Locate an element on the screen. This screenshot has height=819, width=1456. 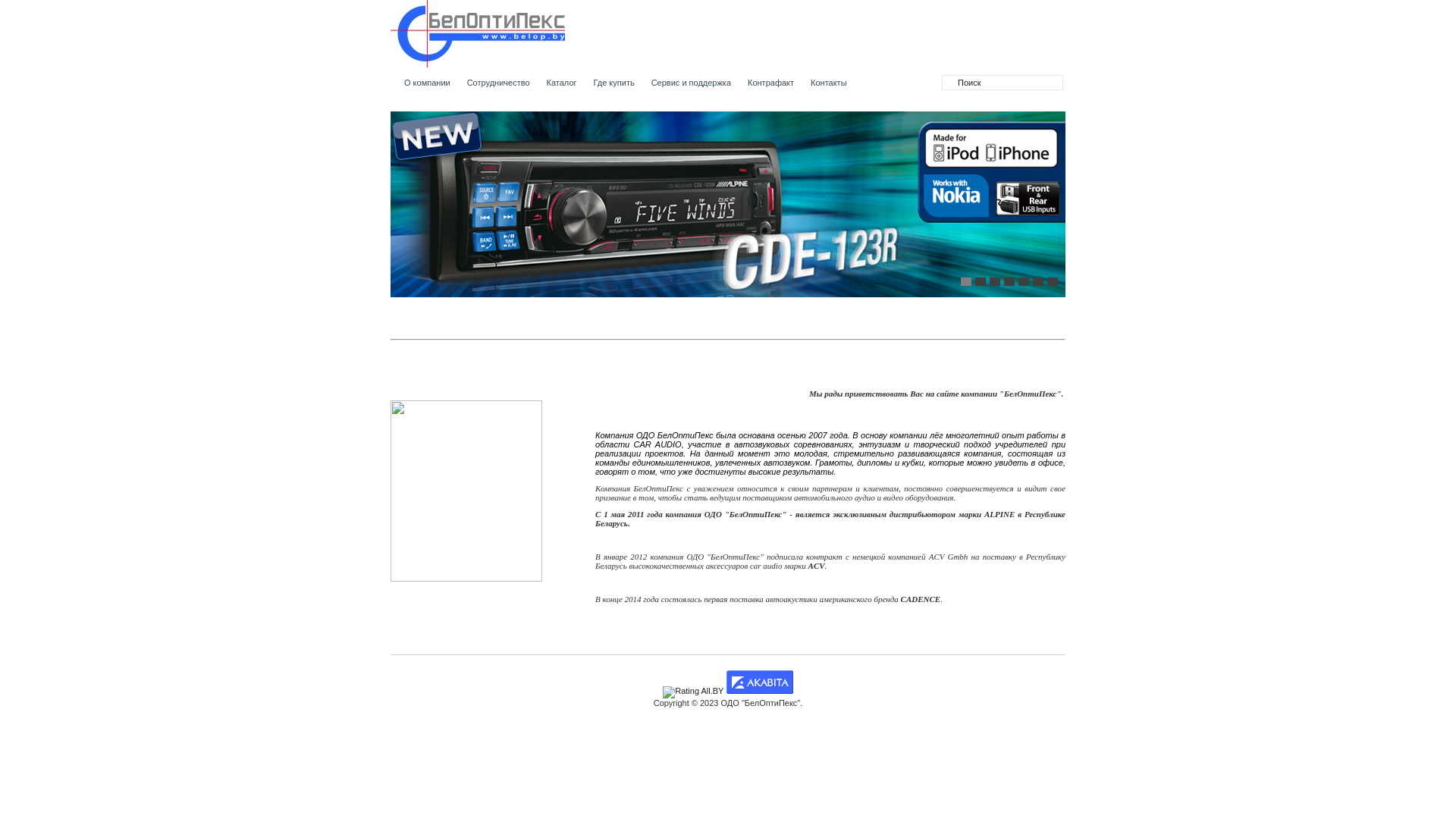
'2' is located at coordinates (980, 281).